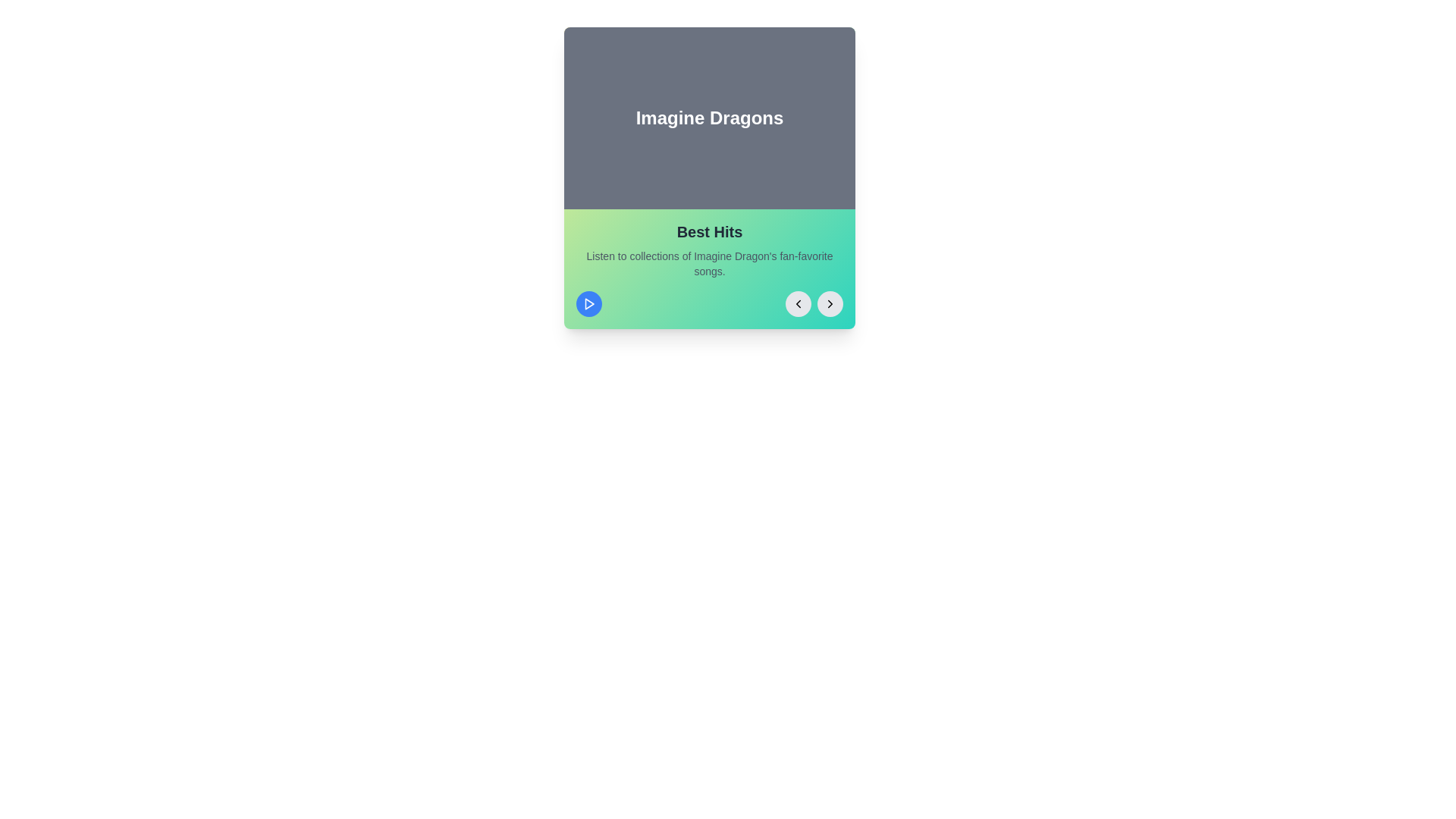 The height and width of the screenshot is (819, 1456). Describe the element at coordinates (829, 304) in the screenshot. I see `the chevron icon located at the bottom right of the green section of the card-shaped area, which denotes navigation or scrolling action` at that location.